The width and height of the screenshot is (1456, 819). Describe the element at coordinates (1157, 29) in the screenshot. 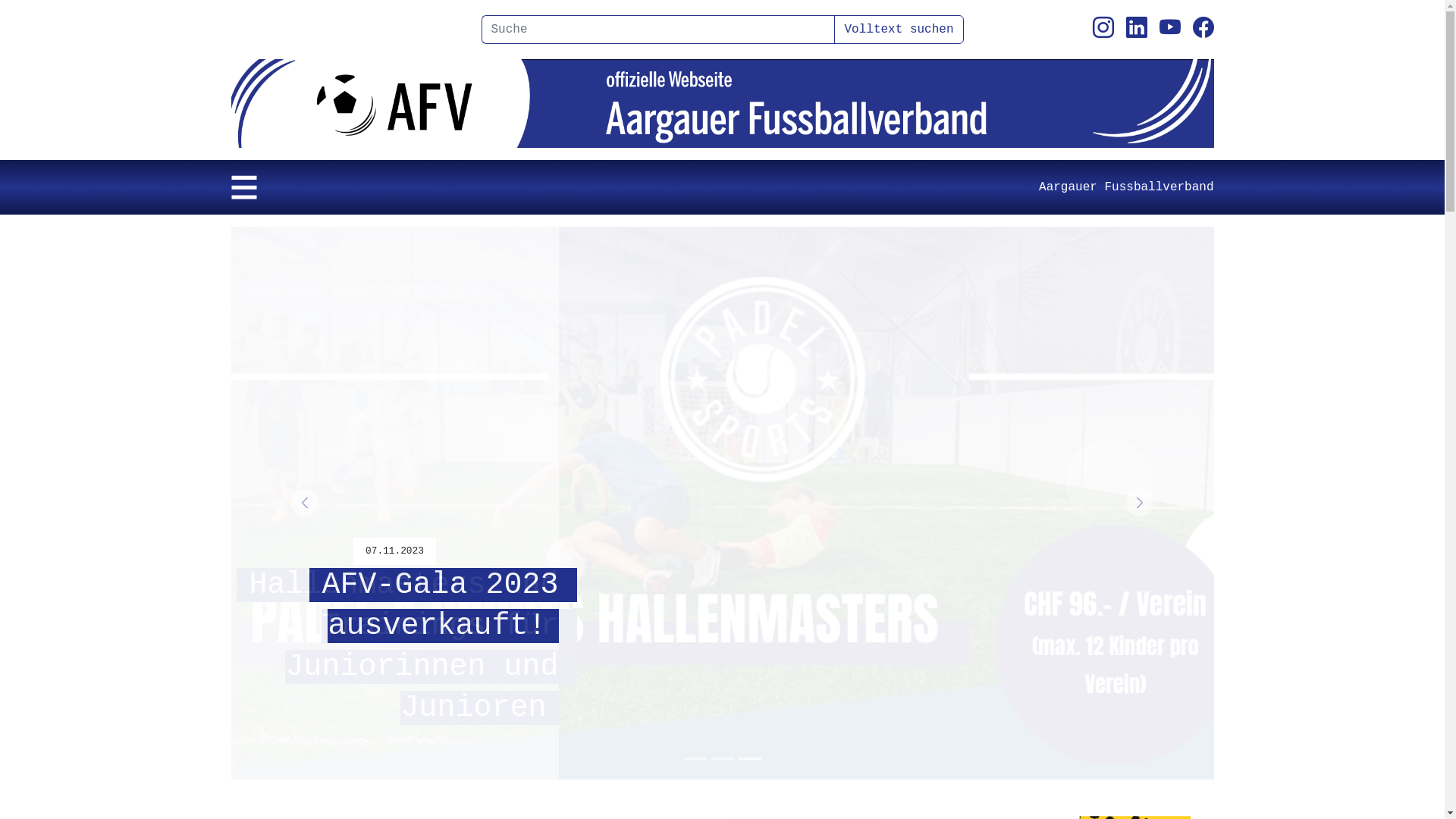

I see `'Youtube'` at that location.